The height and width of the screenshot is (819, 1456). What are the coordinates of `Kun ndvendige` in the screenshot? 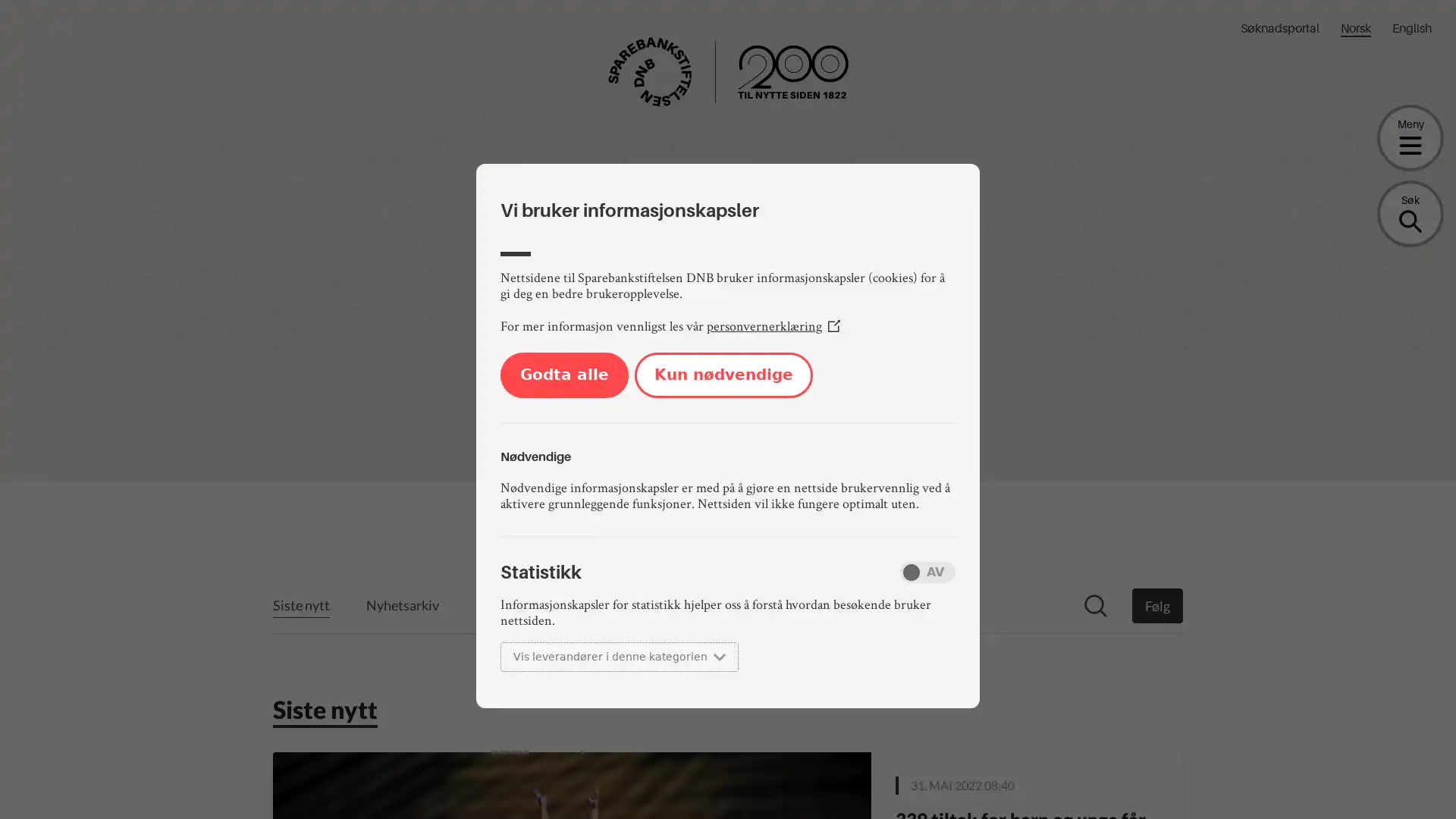 It's located at (723, 375).